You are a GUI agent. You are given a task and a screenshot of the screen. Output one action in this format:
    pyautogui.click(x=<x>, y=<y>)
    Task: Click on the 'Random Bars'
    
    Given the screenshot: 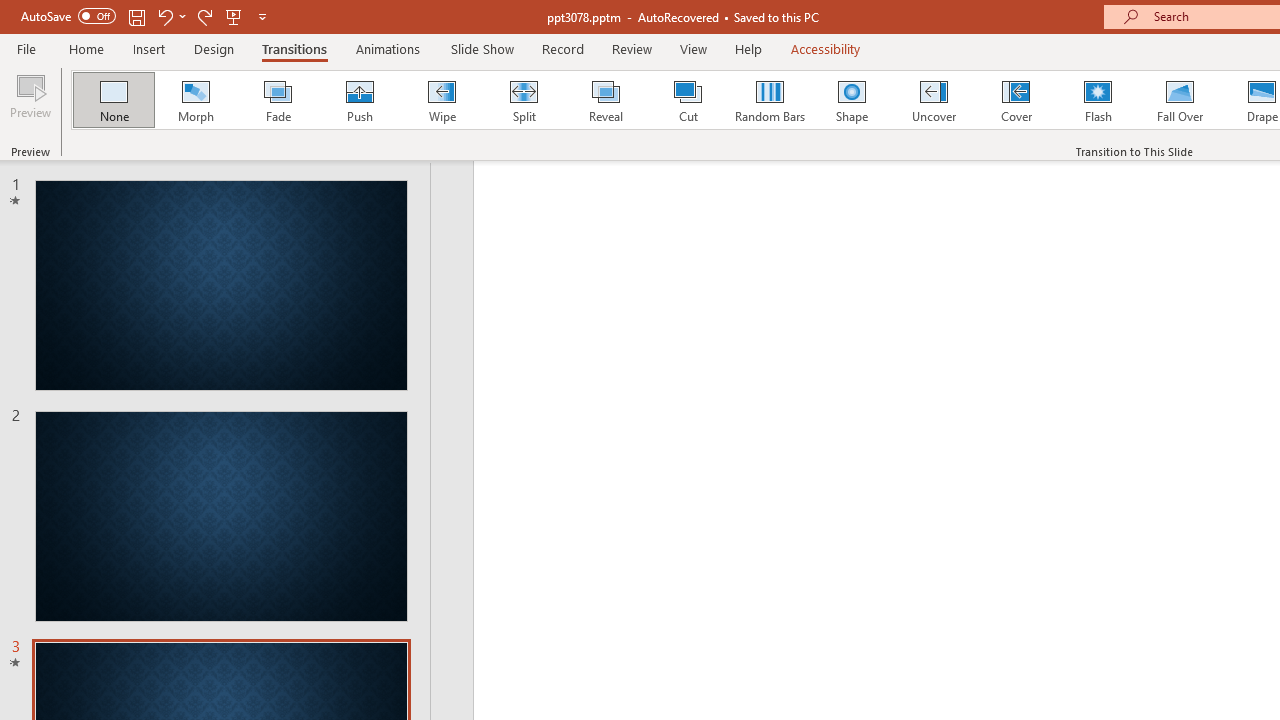 What is the action you would take?
    pyautogui.click(x=769, y=100)
    